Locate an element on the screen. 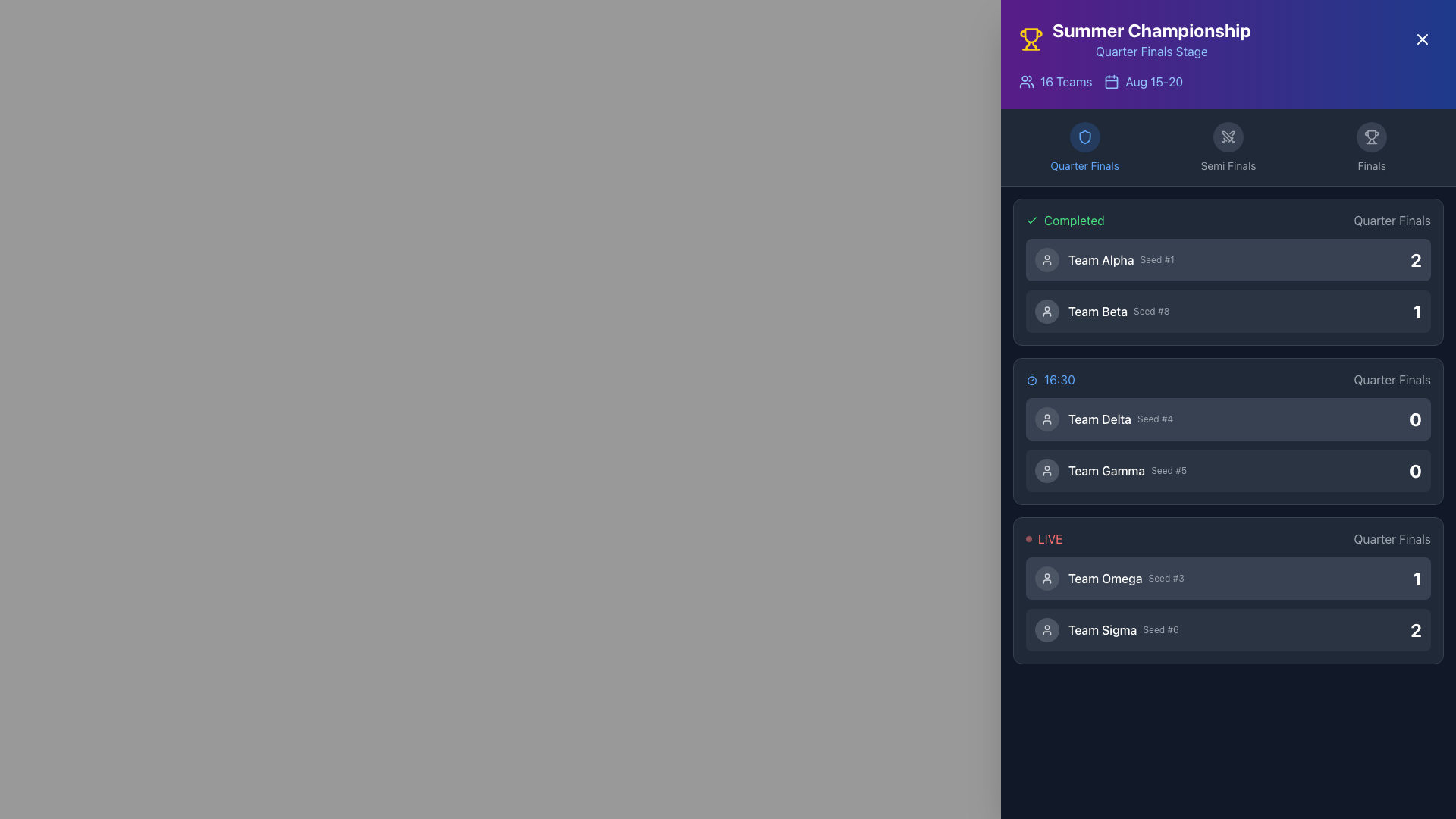 The image size is (1456, 819). the circular avatar icon with a dark gray background and light gray user profile outline, located next to the text 'Team Sigma Seed #6' in the 'LIVE' section is located at coordinates (1046, 629).